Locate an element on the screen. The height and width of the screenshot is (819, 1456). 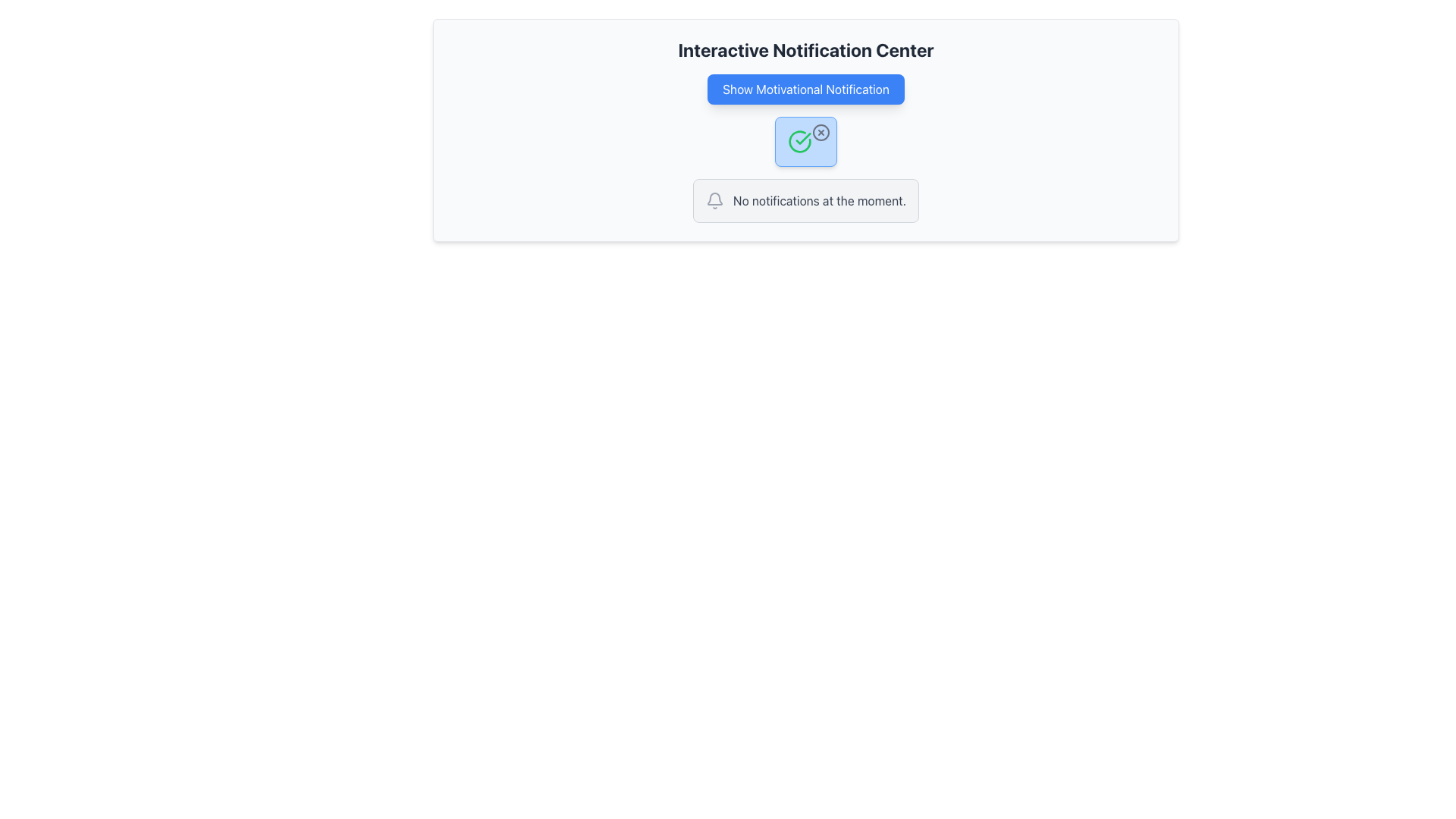
the blue rectangular button with white text 'Show Motivational Notification' located under the heading 'Interactive Notification Center' is located at coordinates (805, 89).